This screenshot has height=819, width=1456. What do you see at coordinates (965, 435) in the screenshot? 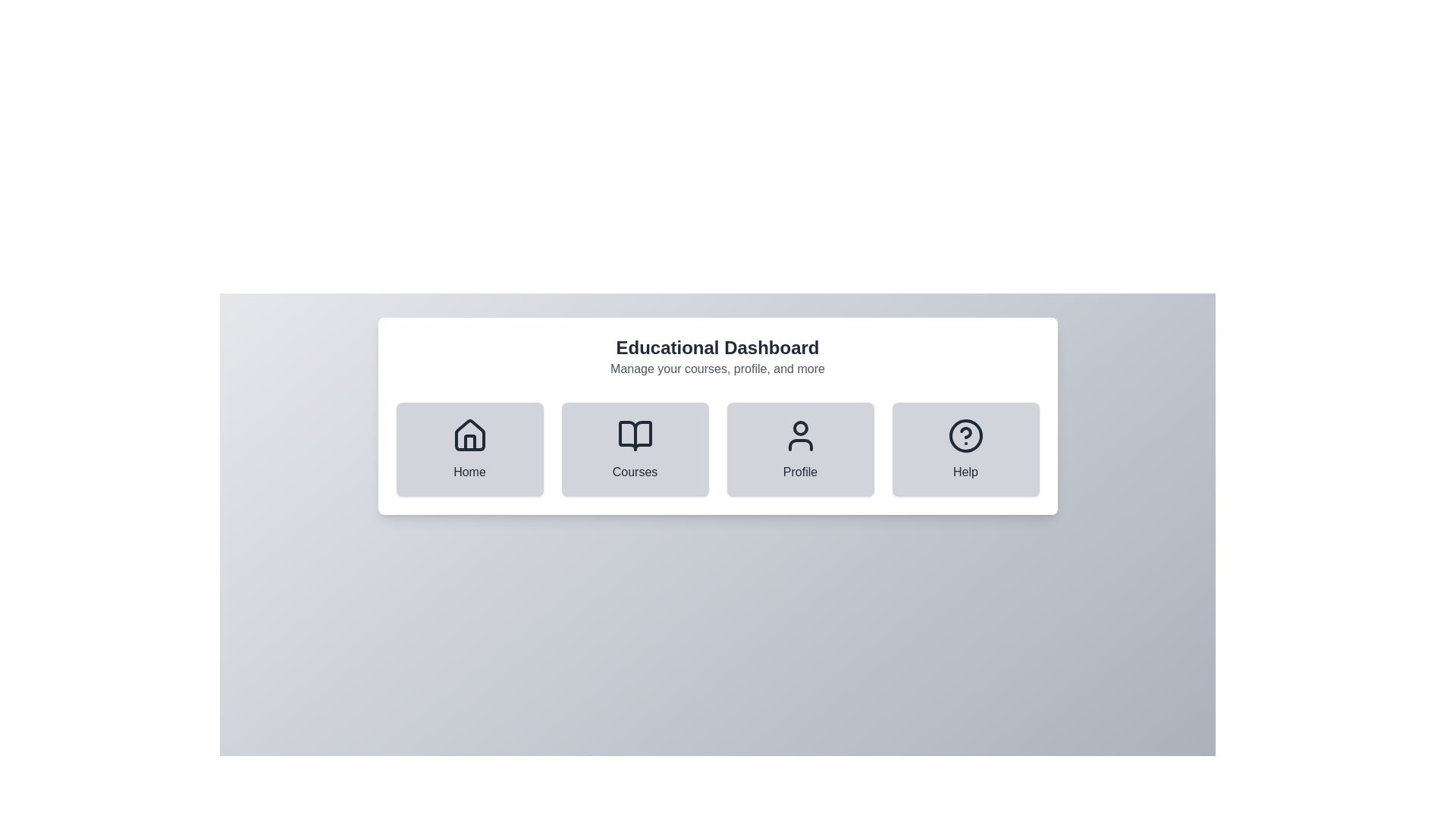
I see `the question mark icon within a circle, which is centrally aligned in the 'Help' panel at the lower right of the card layout` at bounding box center [965, 435].